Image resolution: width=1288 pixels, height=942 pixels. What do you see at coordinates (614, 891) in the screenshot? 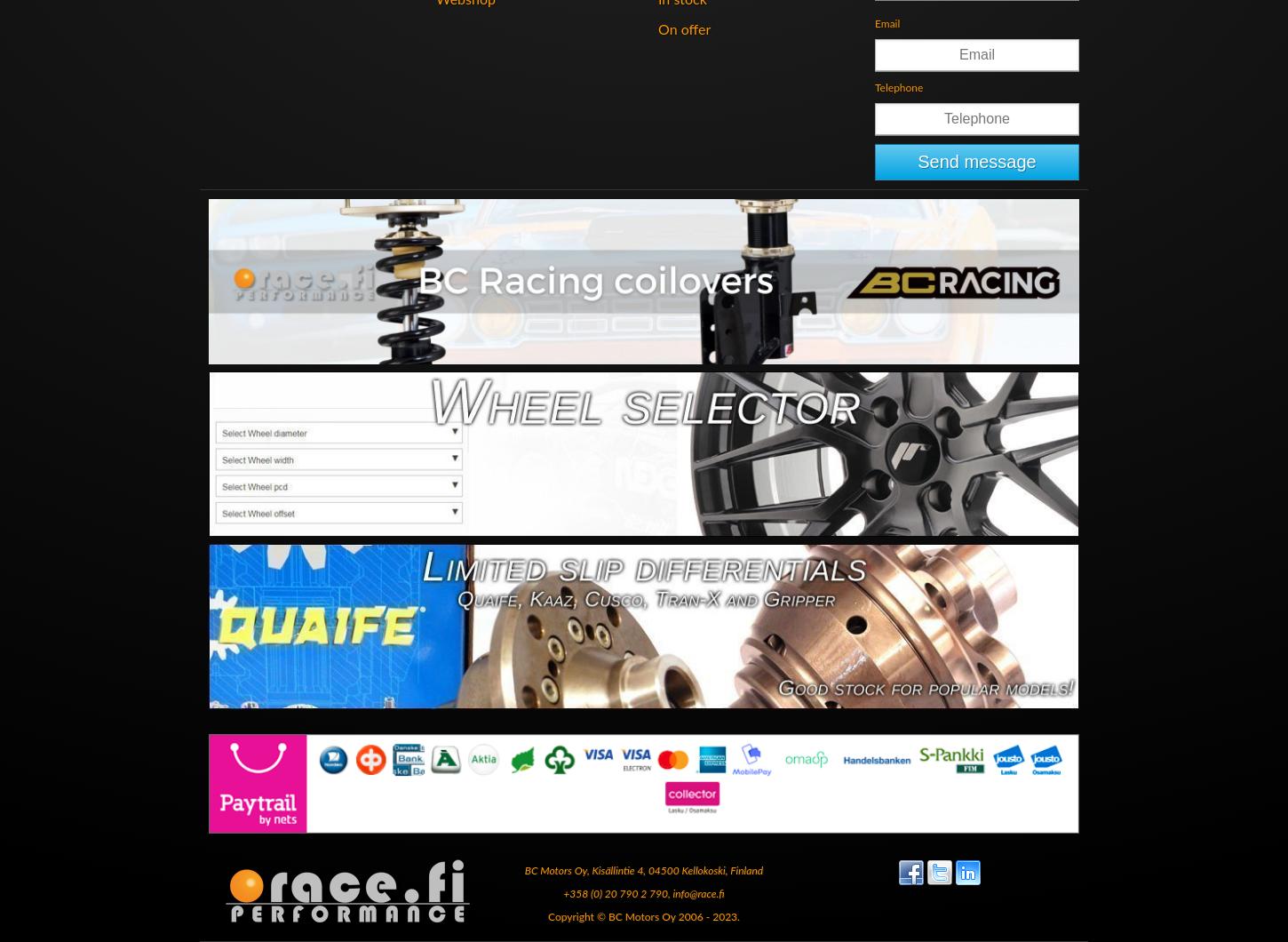
I see `'+358 (0) 20 790 2 790'` at bounding box center [614, 891].